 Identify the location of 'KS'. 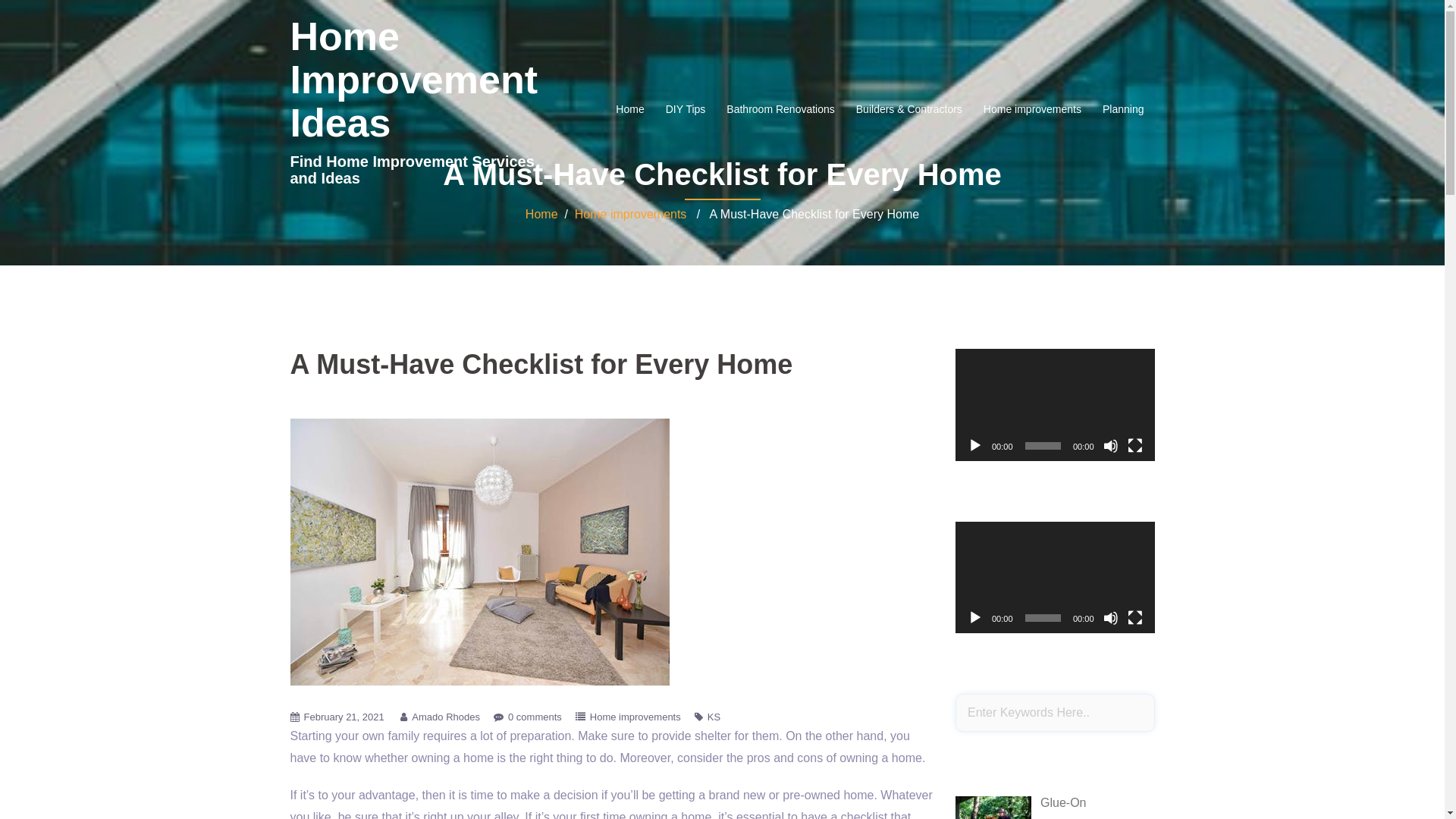
(713, 717).